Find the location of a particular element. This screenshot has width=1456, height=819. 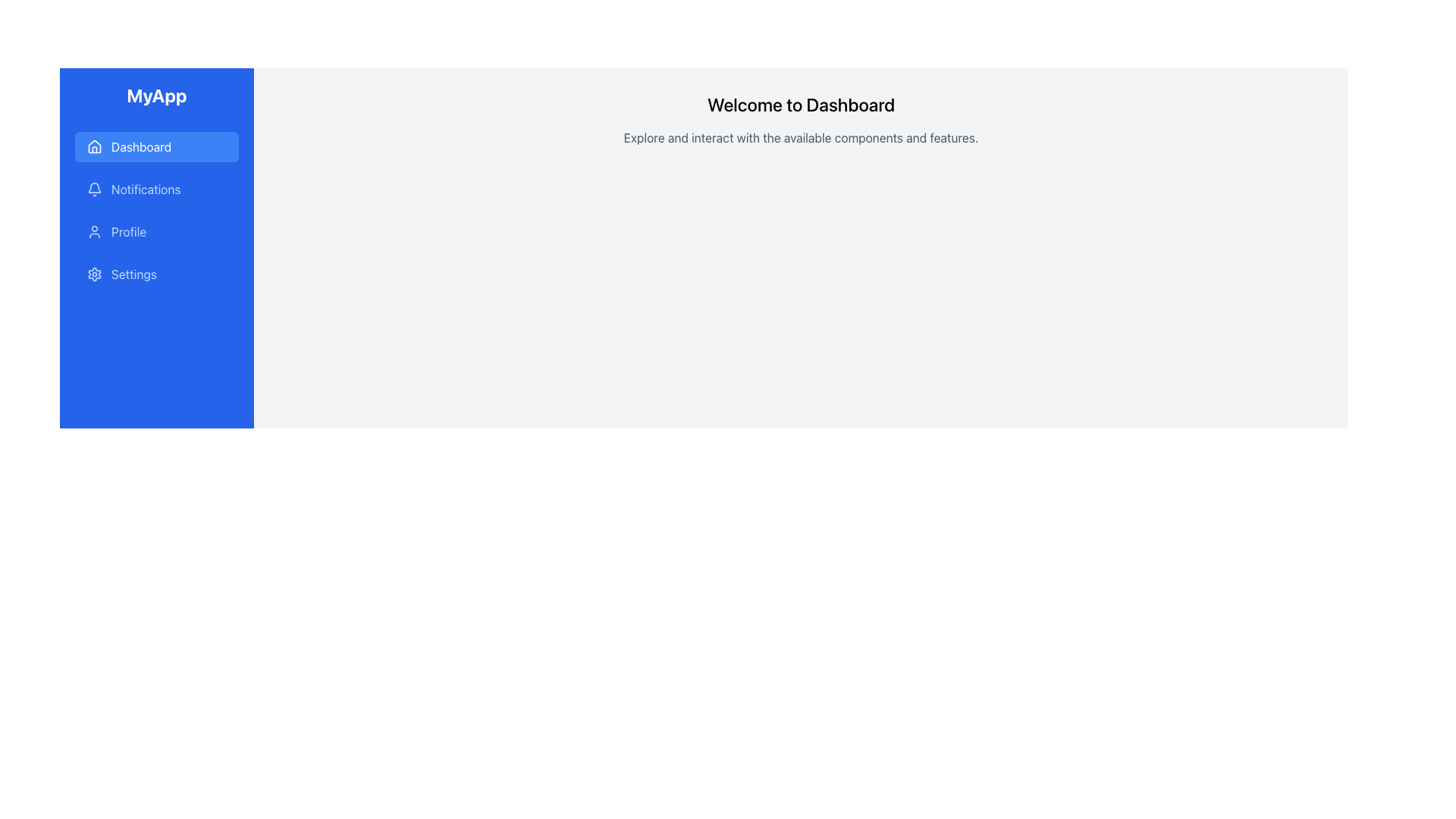

the text element displaying the phrase 'Explore and interact with the available components and features', which is located beneath the header 'Welcome to Dashboard' is located at coordinates (800, 137).